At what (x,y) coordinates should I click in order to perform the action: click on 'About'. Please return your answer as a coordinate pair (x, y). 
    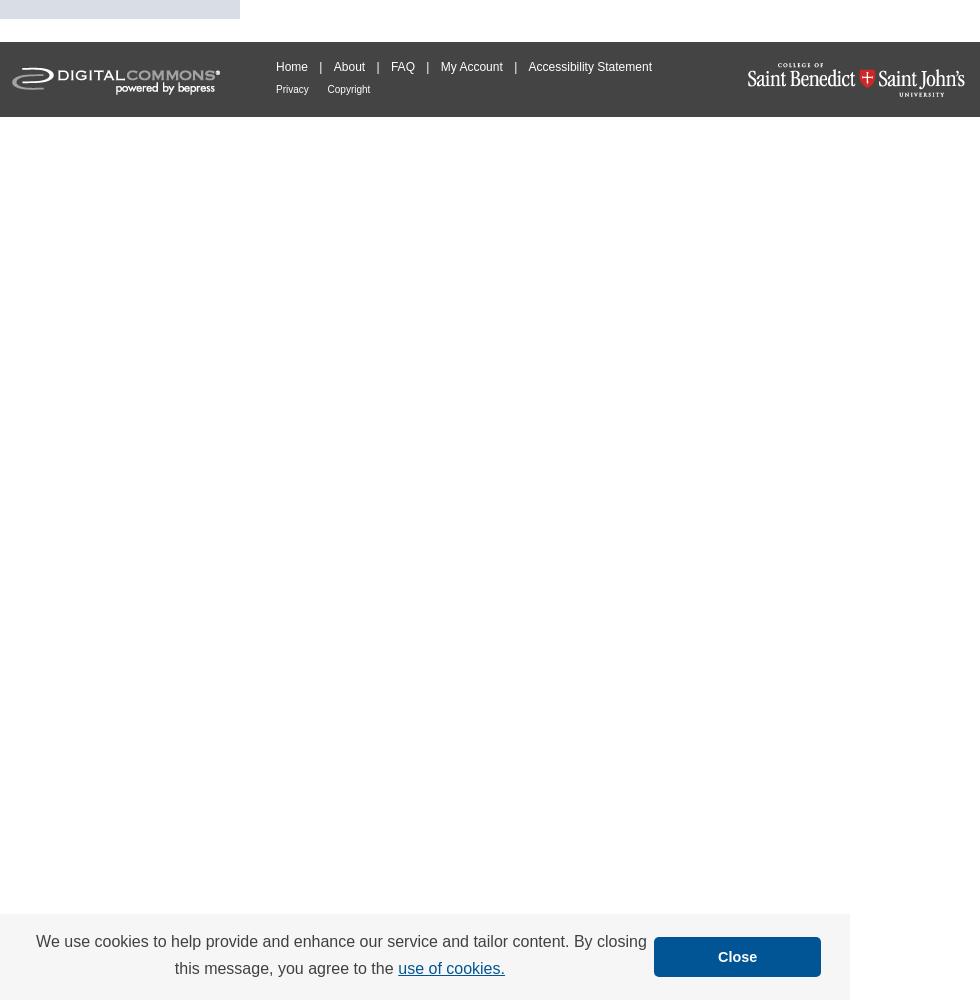
    Looking at the image, I should click on (350, 66).